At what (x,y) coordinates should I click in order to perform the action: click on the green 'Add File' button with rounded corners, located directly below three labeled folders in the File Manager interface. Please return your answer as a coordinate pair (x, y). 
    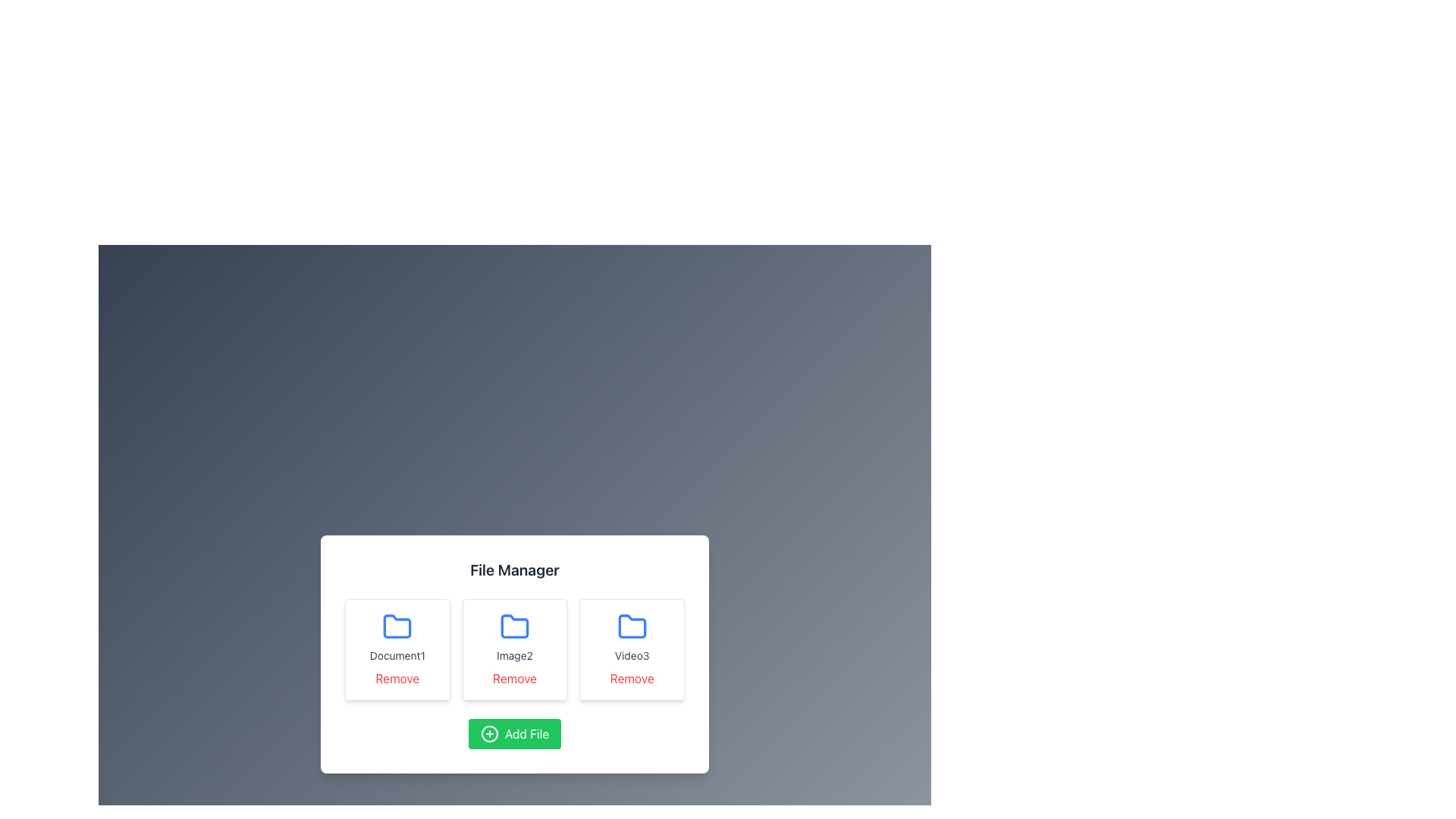
    Looking at the image, I should click on (514, 733).